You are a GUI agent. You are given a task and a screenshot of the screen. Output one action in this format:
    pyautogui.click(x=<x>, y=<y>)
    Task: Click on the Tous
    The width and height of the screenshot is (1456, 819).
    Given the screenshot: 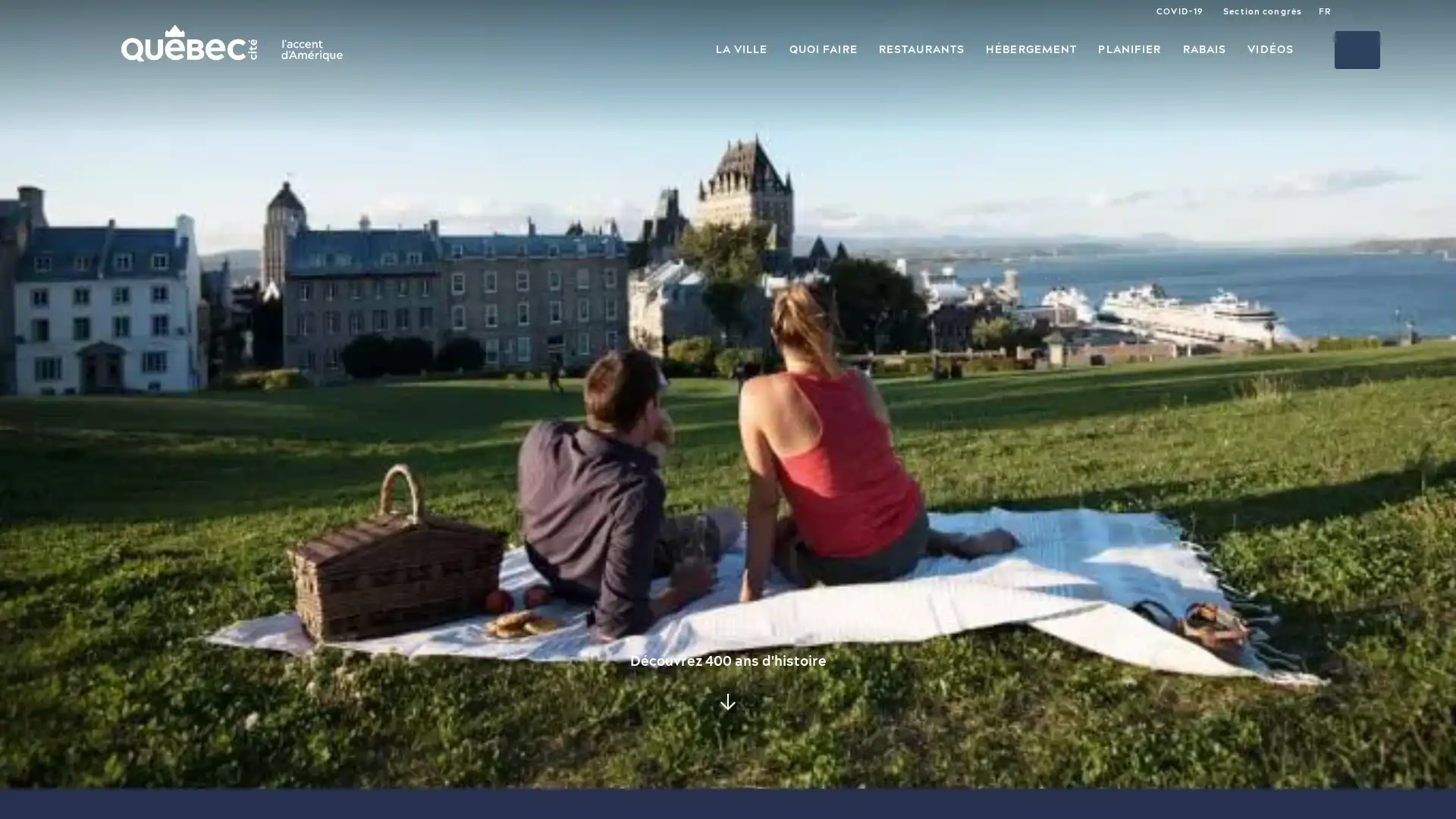 What is the action you would take?
    pyautogui.click(x=1407, y=108)
    